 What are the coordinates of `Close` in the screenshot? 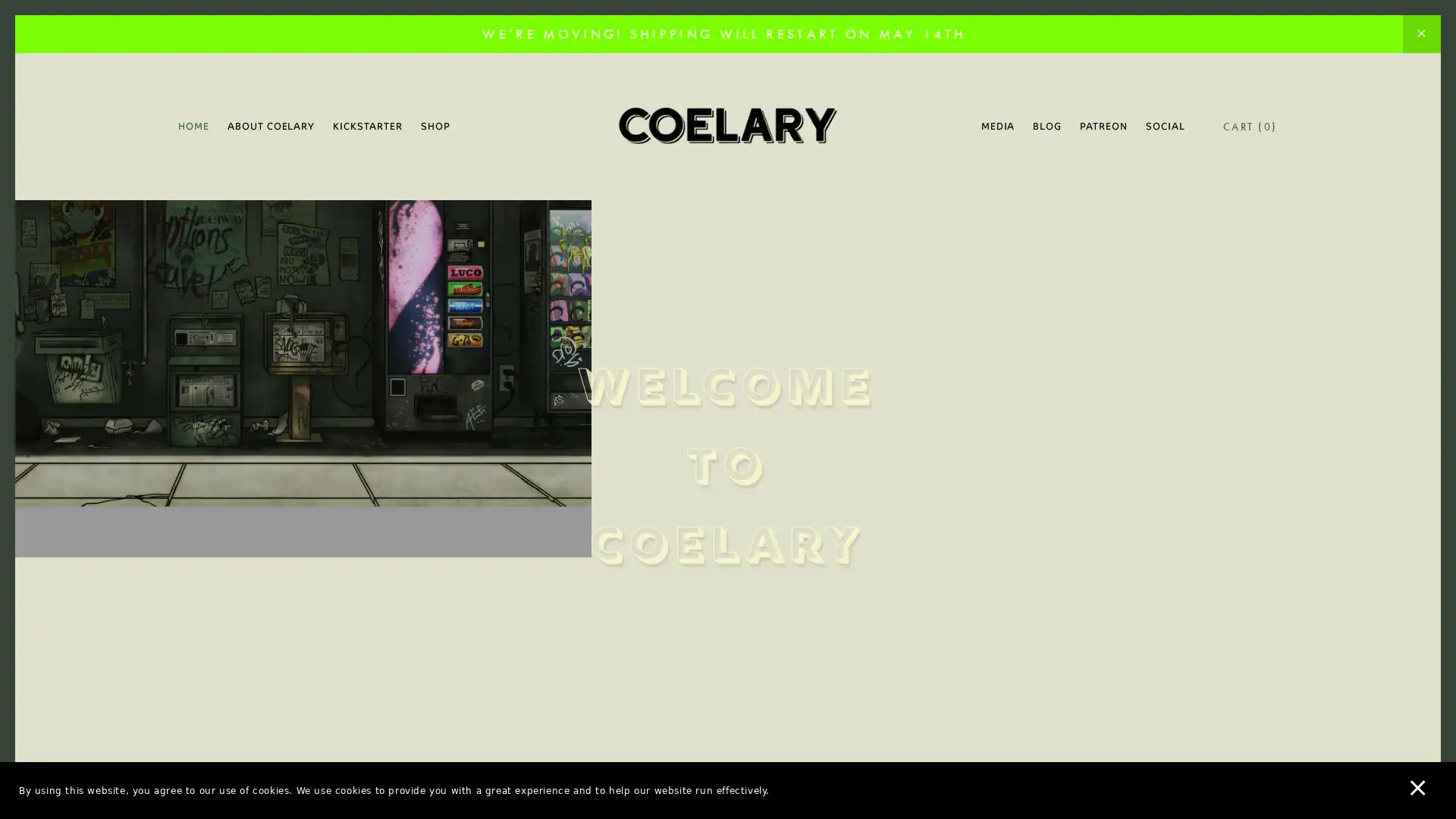 It's located at (993, 177).